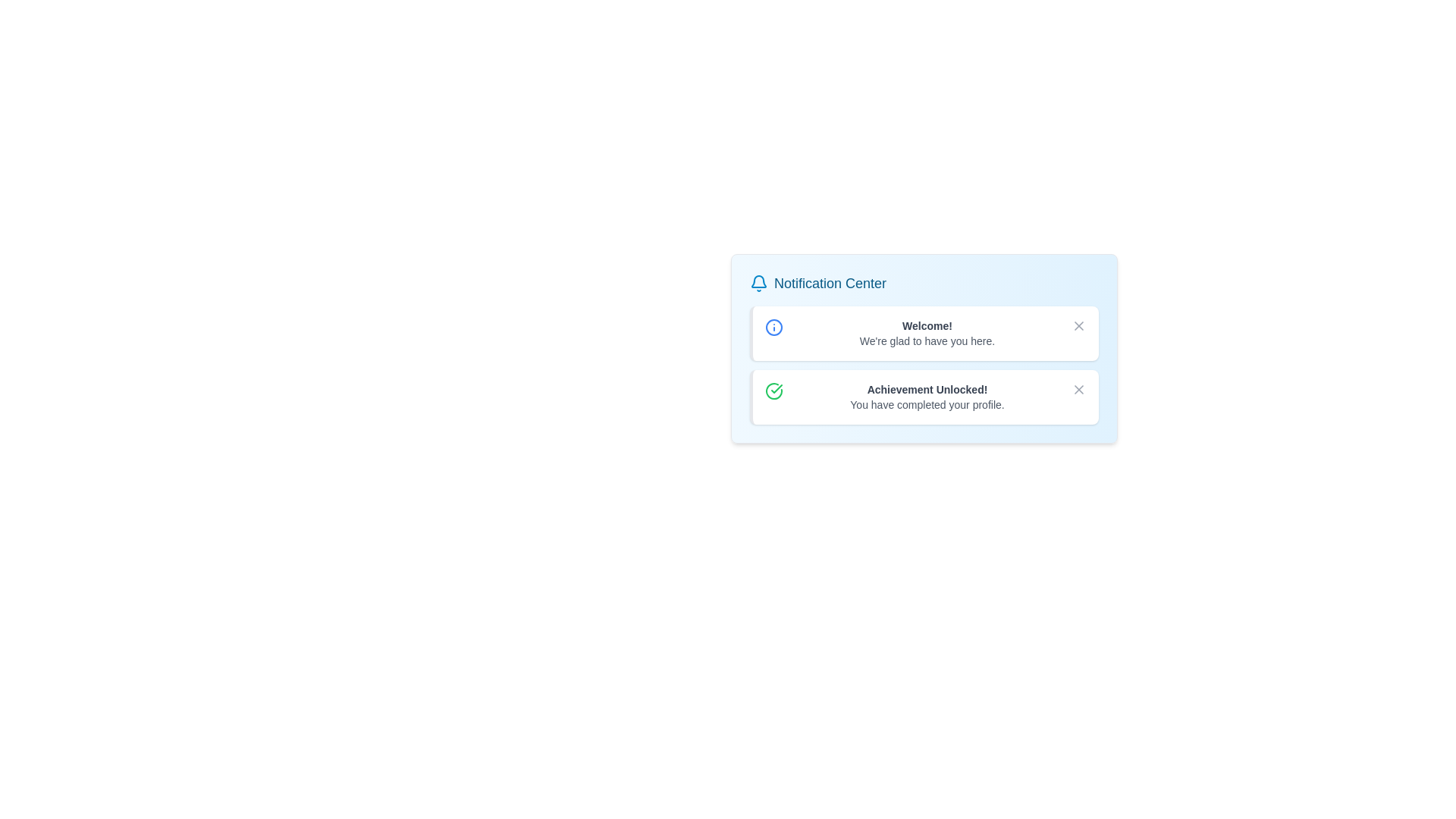 This screenshot has width=1456, height=819. Describe the element at coordinates (927, 325) in the screenshot. I see `the 'Welcome!' static text element displayed in bold, gray color at the top of the notification card` at that location.